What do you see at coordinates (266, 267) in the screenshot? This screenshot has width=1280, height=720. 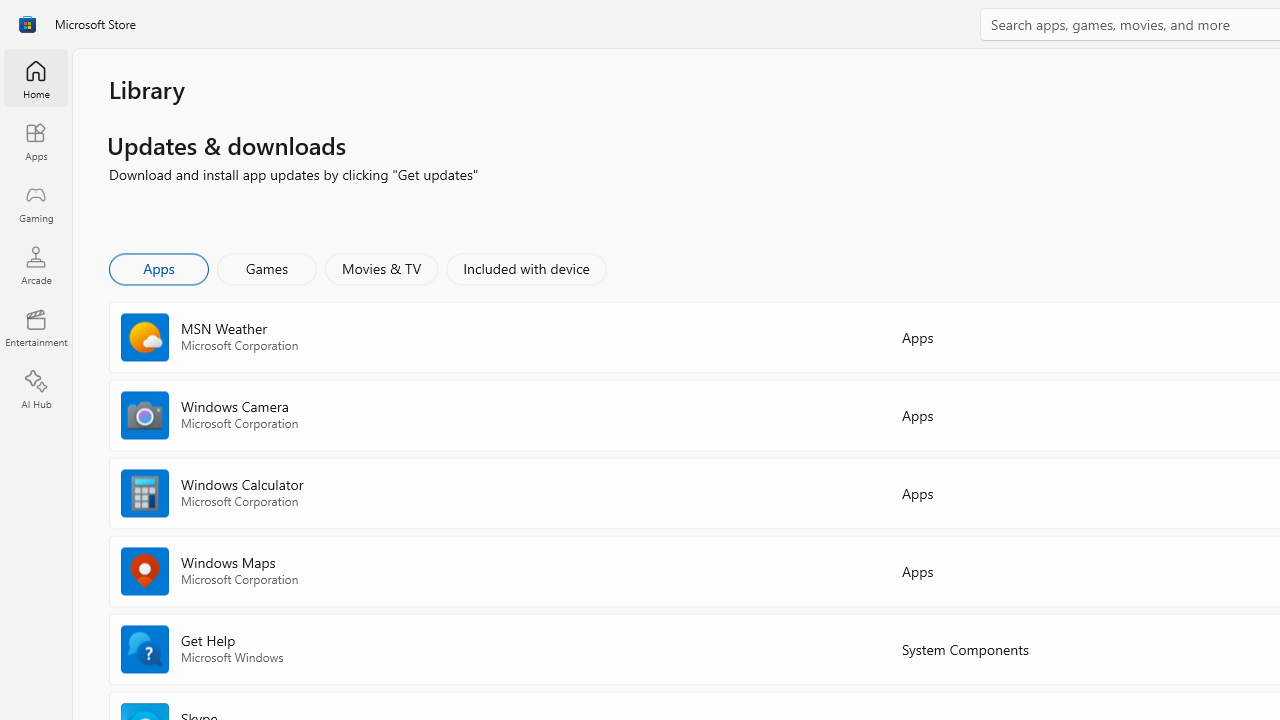 I see `'Games'` at bounding box center [266, 267].